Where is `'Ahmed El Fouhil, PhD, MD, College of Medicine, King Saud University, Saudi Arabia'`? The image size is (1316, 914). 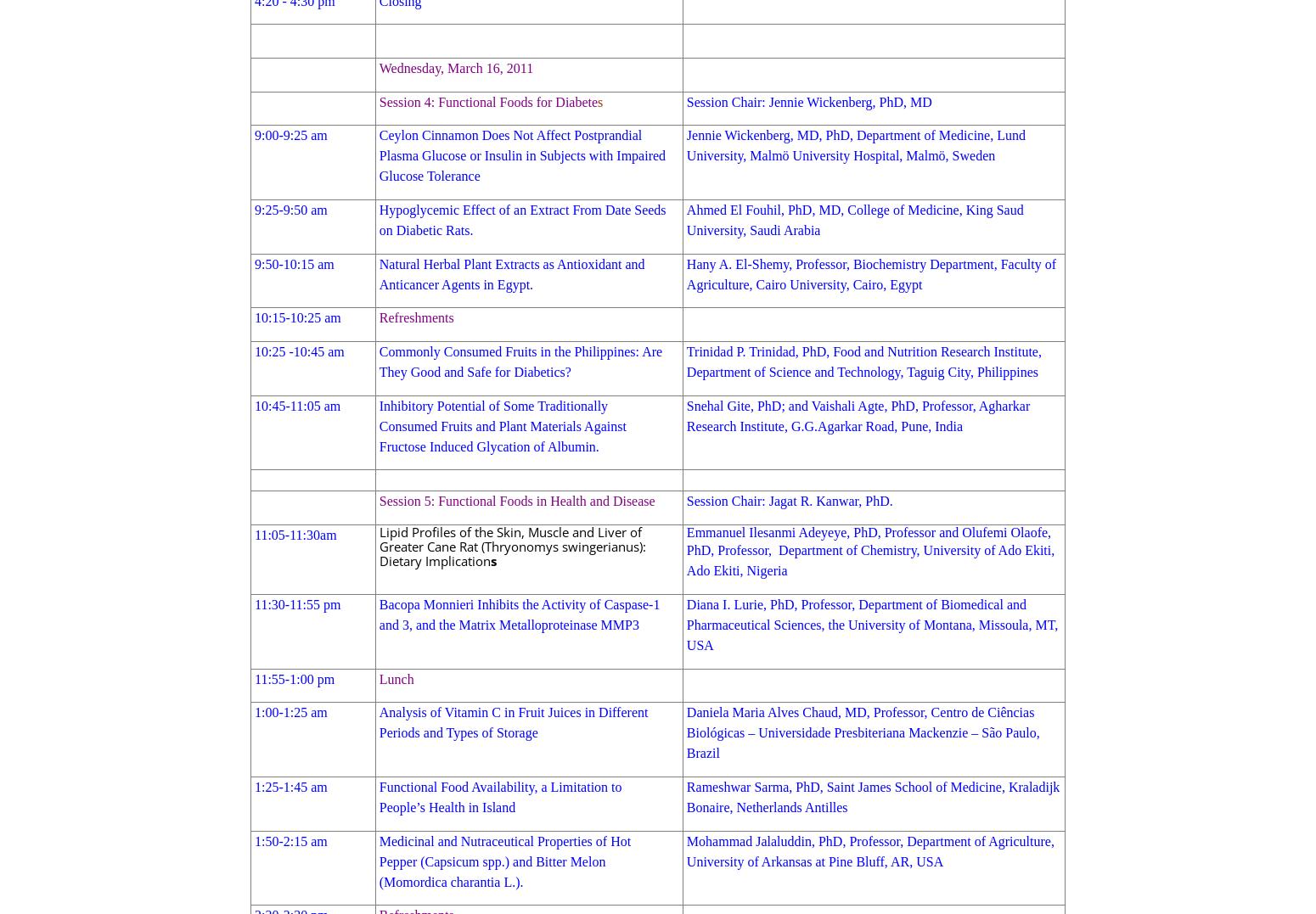 'Ahmed El Fouhil, PhD, MD, College of Medicine, King Saud University, Saudi Arabia' is located at coordinates (853, 219).